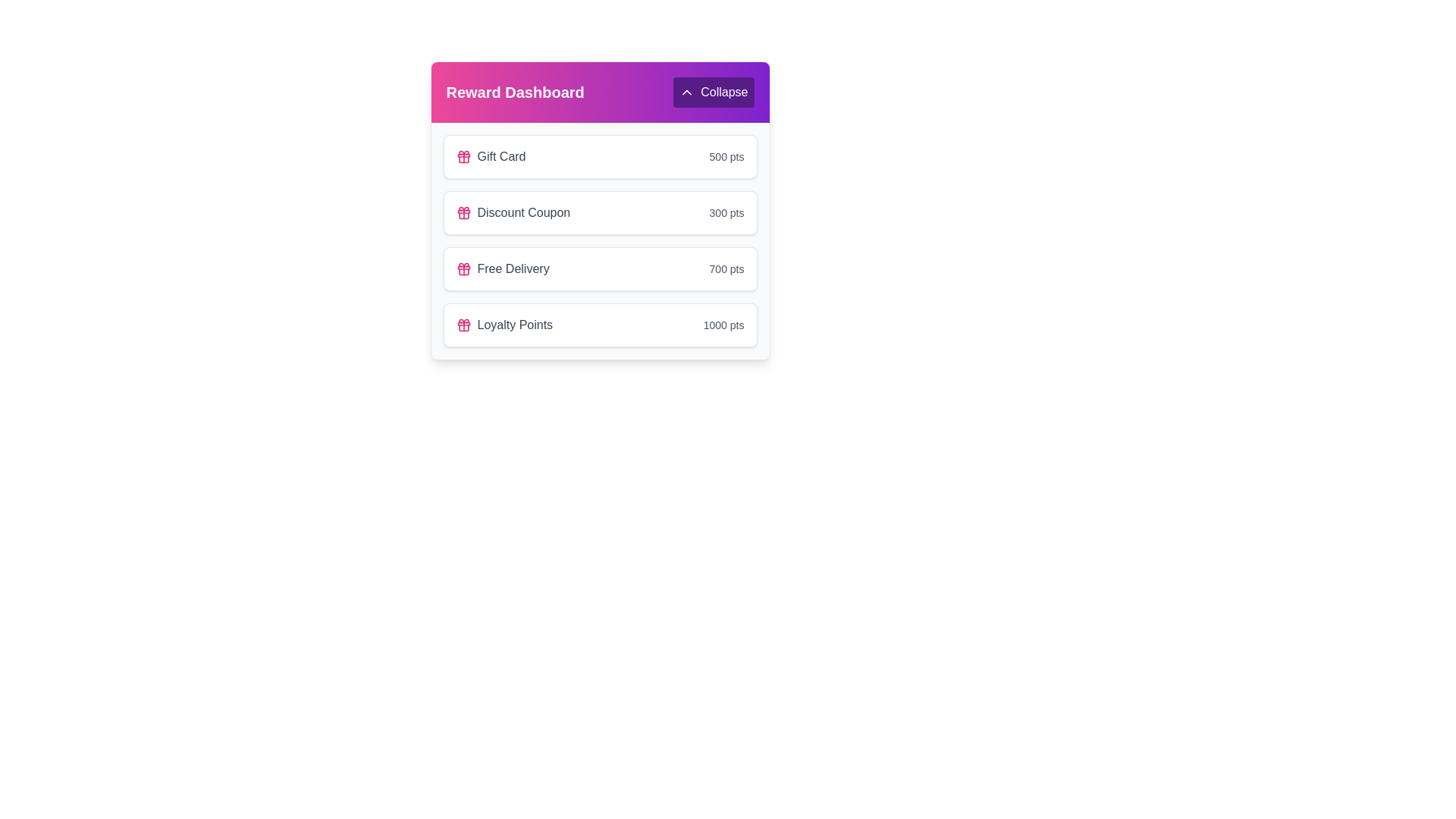  I want to click on the non-interactive Text label for the first reward option in the Reward Dashboard, which is located above the 'Discount Coupon' and 'Free Delivery' items, so click(491, 157).